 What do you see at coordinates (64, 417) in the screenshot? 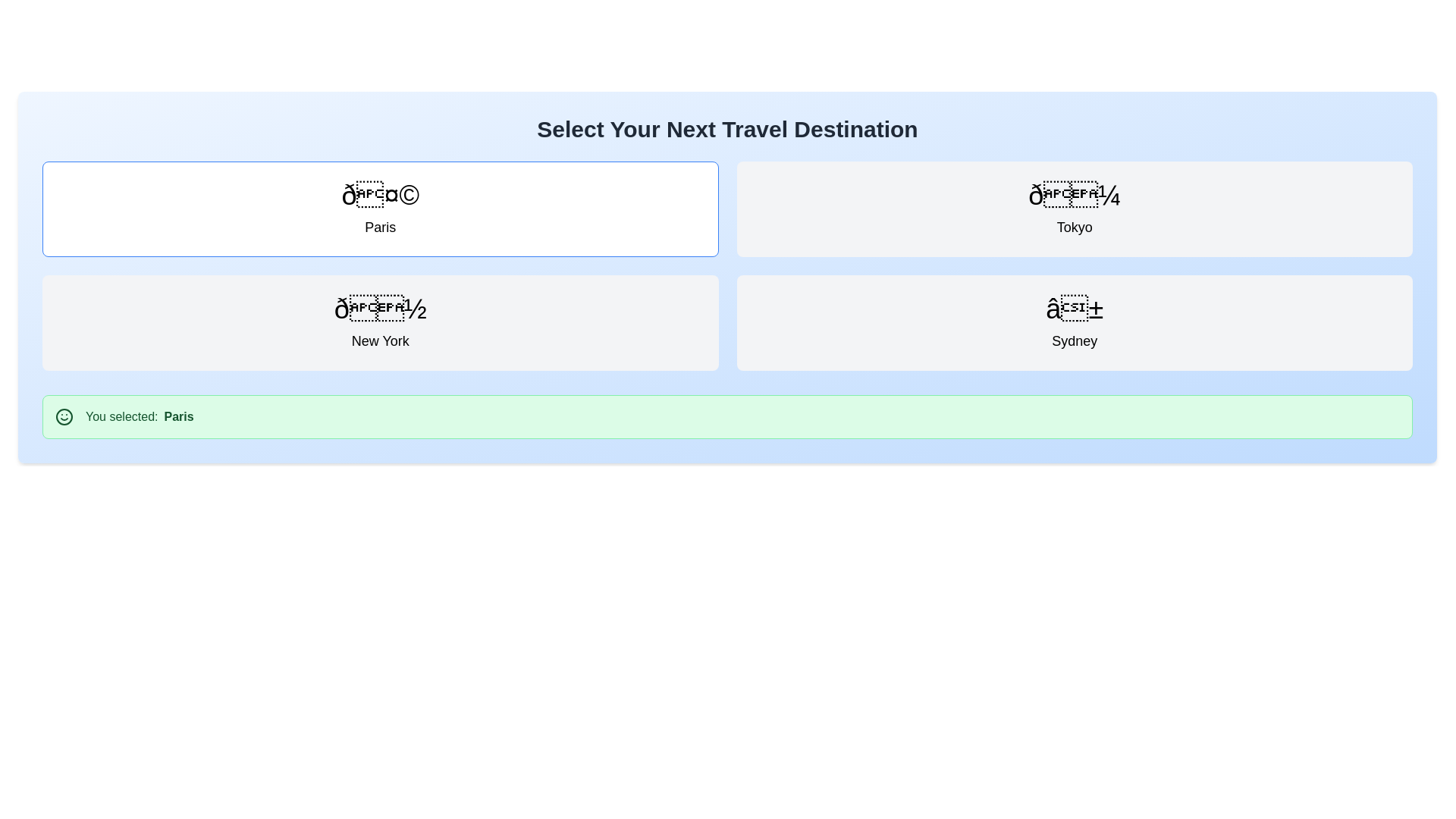
I see `the SVG Circle element that is part of the smiley icon, positioned near the text 'You selected: Paris'` at bounding box center [64, 417].